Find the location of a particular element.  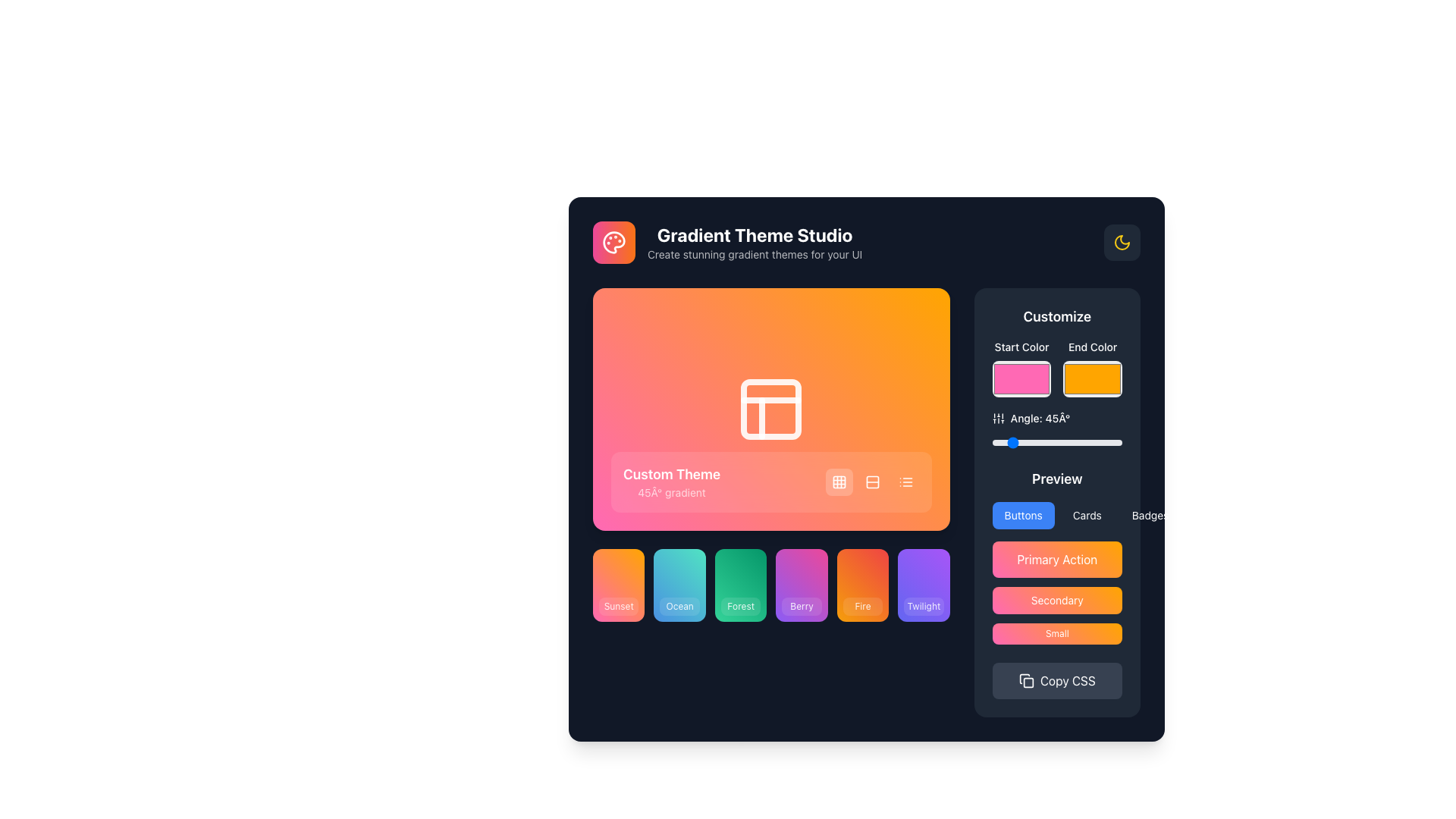

the leftmost button labeled 'Buttons' in the group of three buttons located below the 'Preview' section is located at coordinates (1022, 514).